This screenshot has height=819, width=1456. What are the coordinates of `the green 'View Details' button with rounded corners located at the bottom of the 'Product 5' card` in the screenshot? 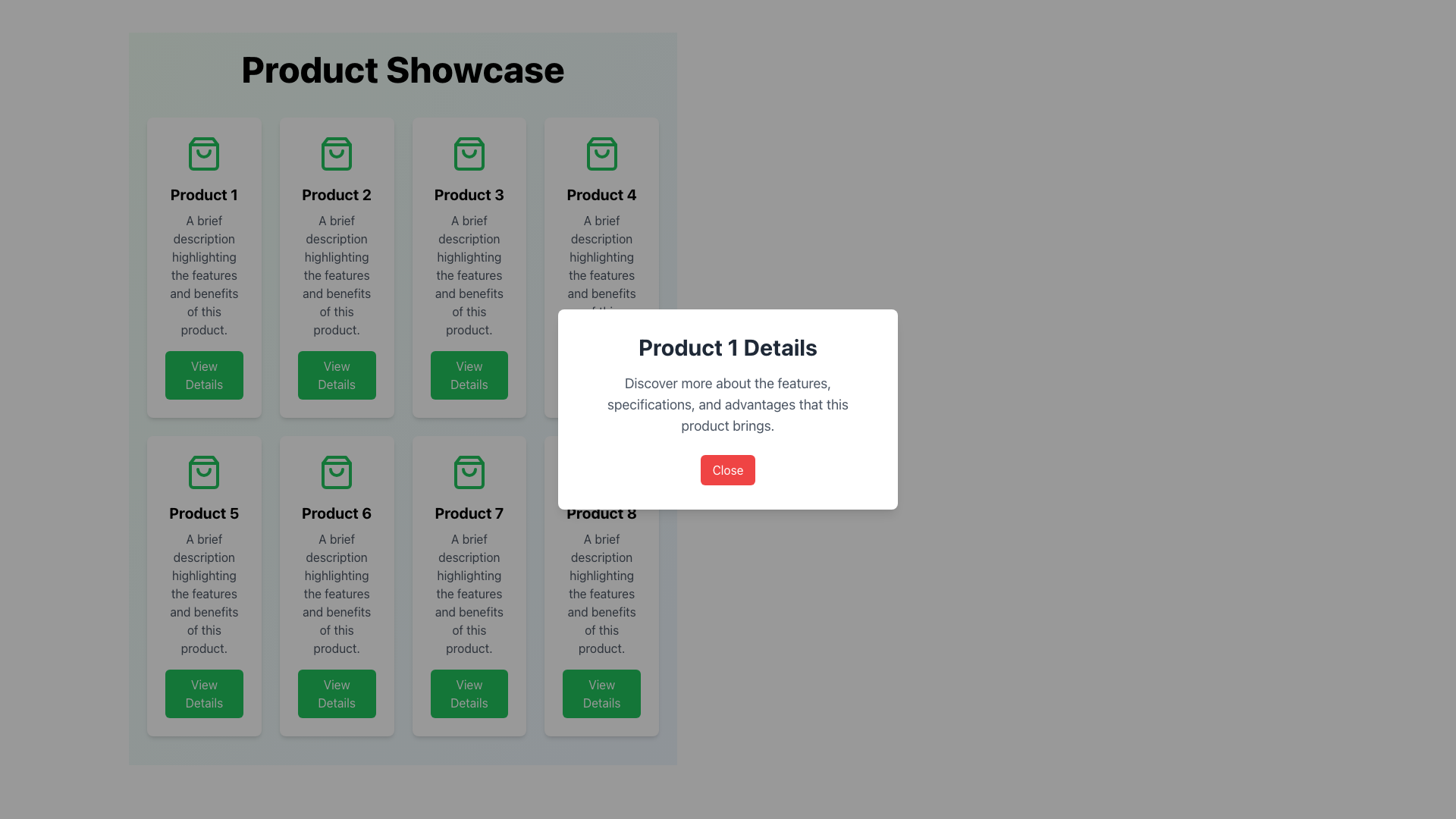 It's located at (203, 693).